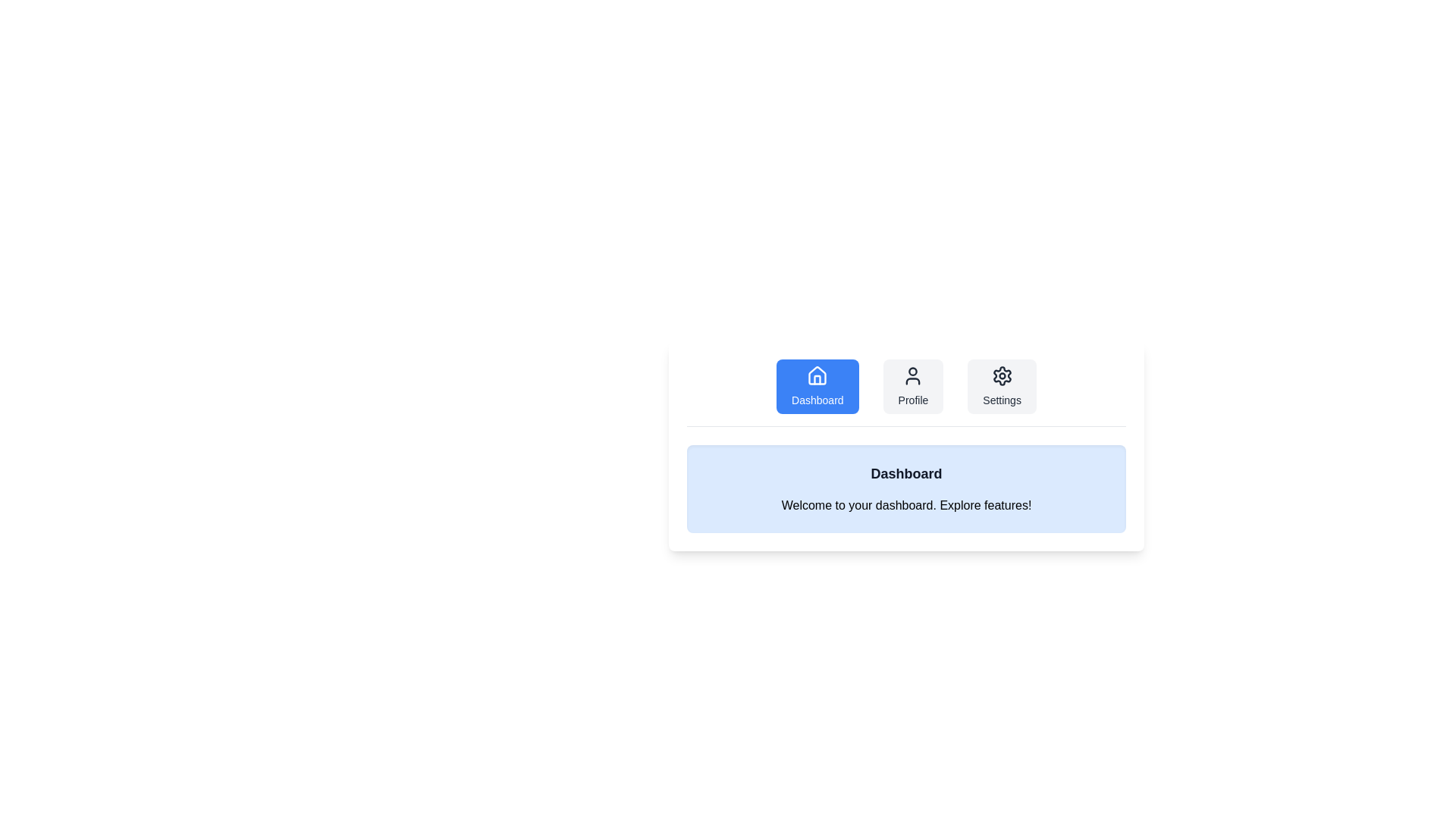 This screenshot has width=1456, height=819. Describe the element at coordinates (1002, 385) in the screenshot. I see `the Settings tab` at that location.